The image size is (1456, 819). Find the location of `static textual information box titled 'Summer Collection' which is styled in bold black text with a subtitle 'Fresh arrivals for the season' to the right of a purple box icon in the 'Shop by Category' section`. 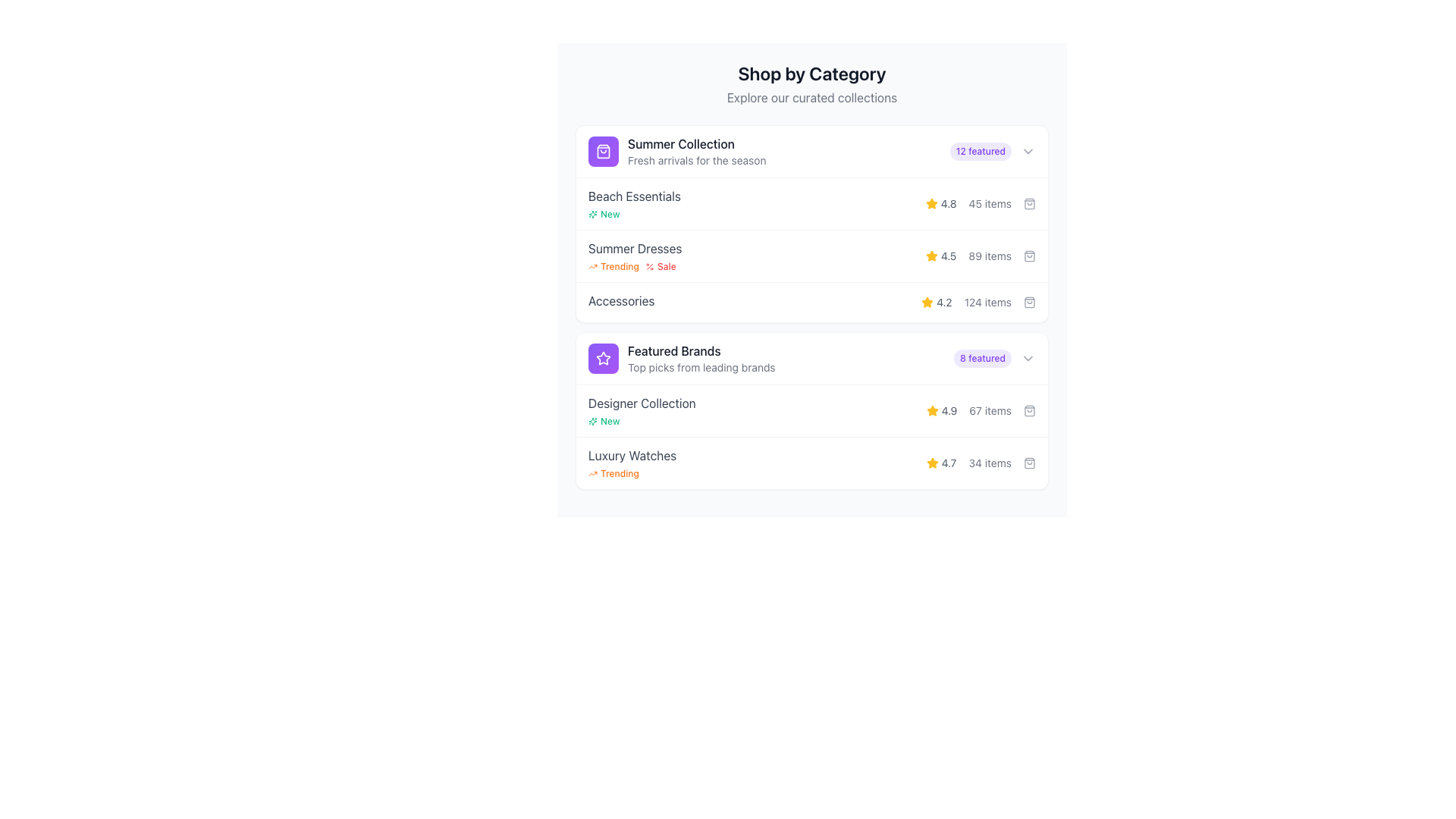

static textual information box titled 'Summer Collection' which is styled in bold black text with a subtitle 'Fresh arrivals for the season' to the right of a purple box icon in the 'Shop by Category' section is located at coordinates (676, 152).